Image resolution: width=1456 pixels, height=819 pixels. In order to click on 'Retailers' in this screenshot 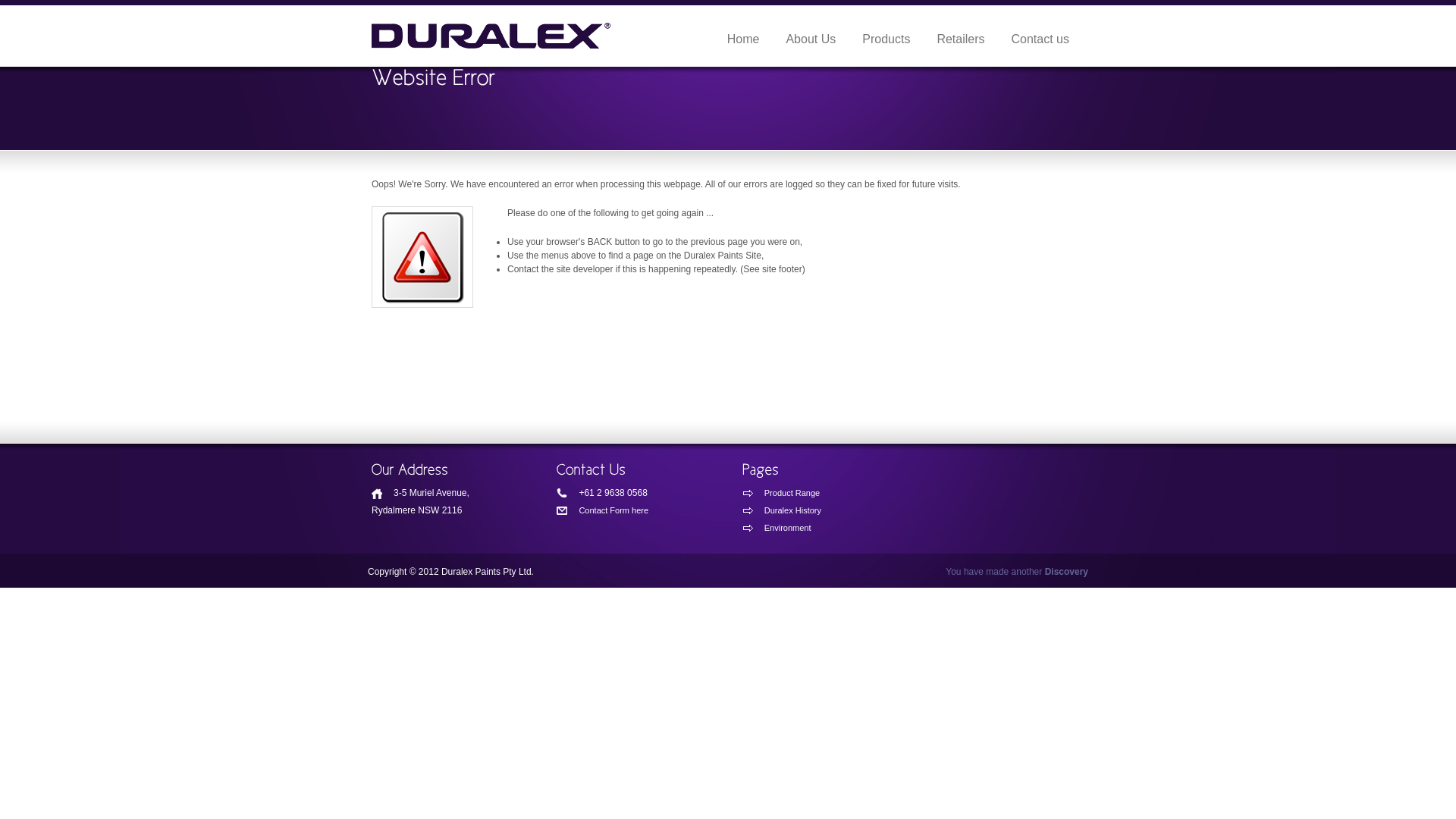, I will do `click(959, 39)`.